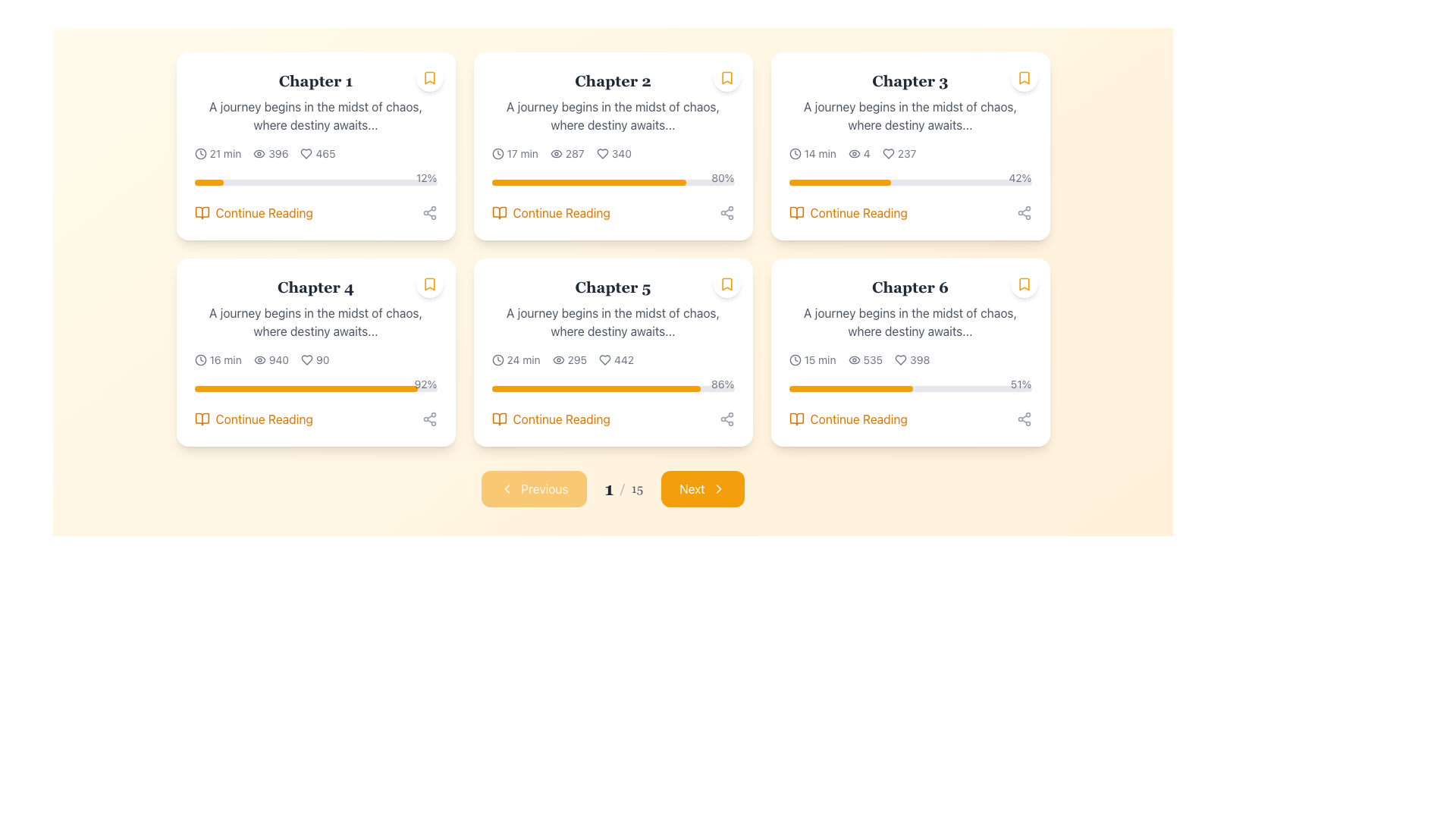 The width and height of the screenshot is (1456, 819). I want to click on the heart icon that serves as a visual indicator for likes or favorites, located to the left of the number '340' in the card titled 'Chapter 2', so click(601, 154).